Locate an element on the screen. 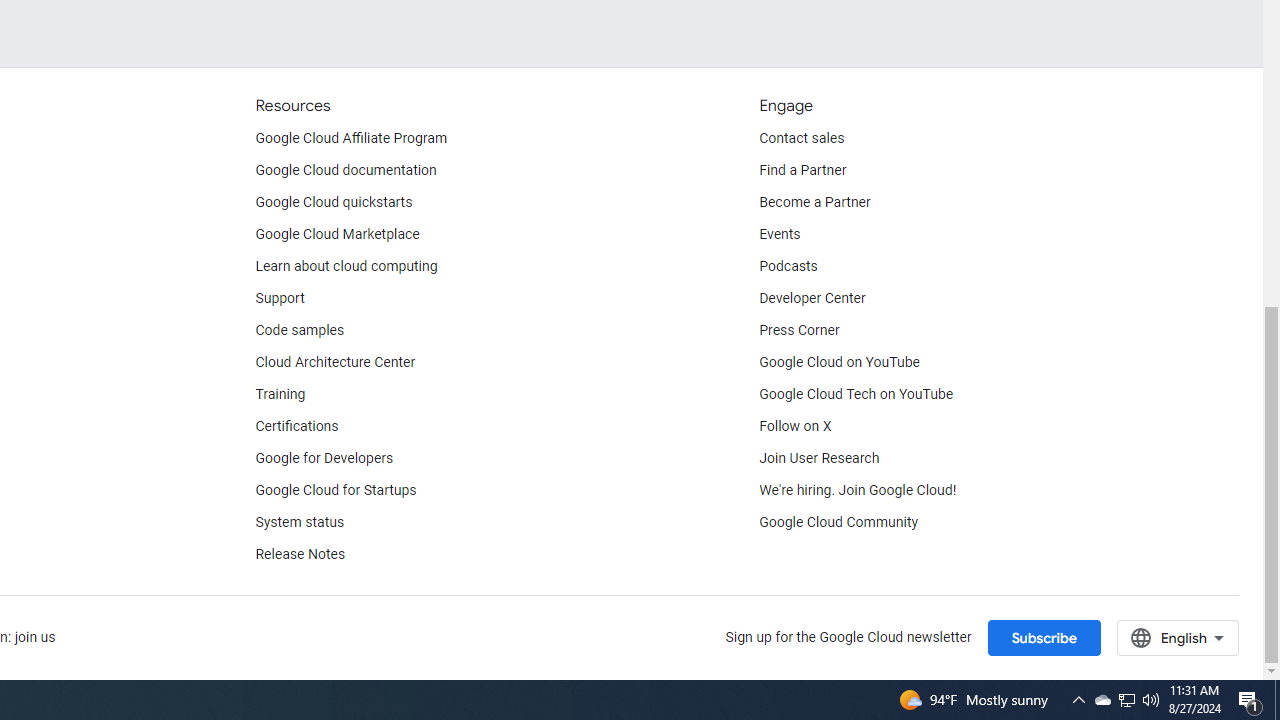 This screenshot has width=1280, height=720. 'Google Cloud Marketplace' is located at coordinates (337, 234).